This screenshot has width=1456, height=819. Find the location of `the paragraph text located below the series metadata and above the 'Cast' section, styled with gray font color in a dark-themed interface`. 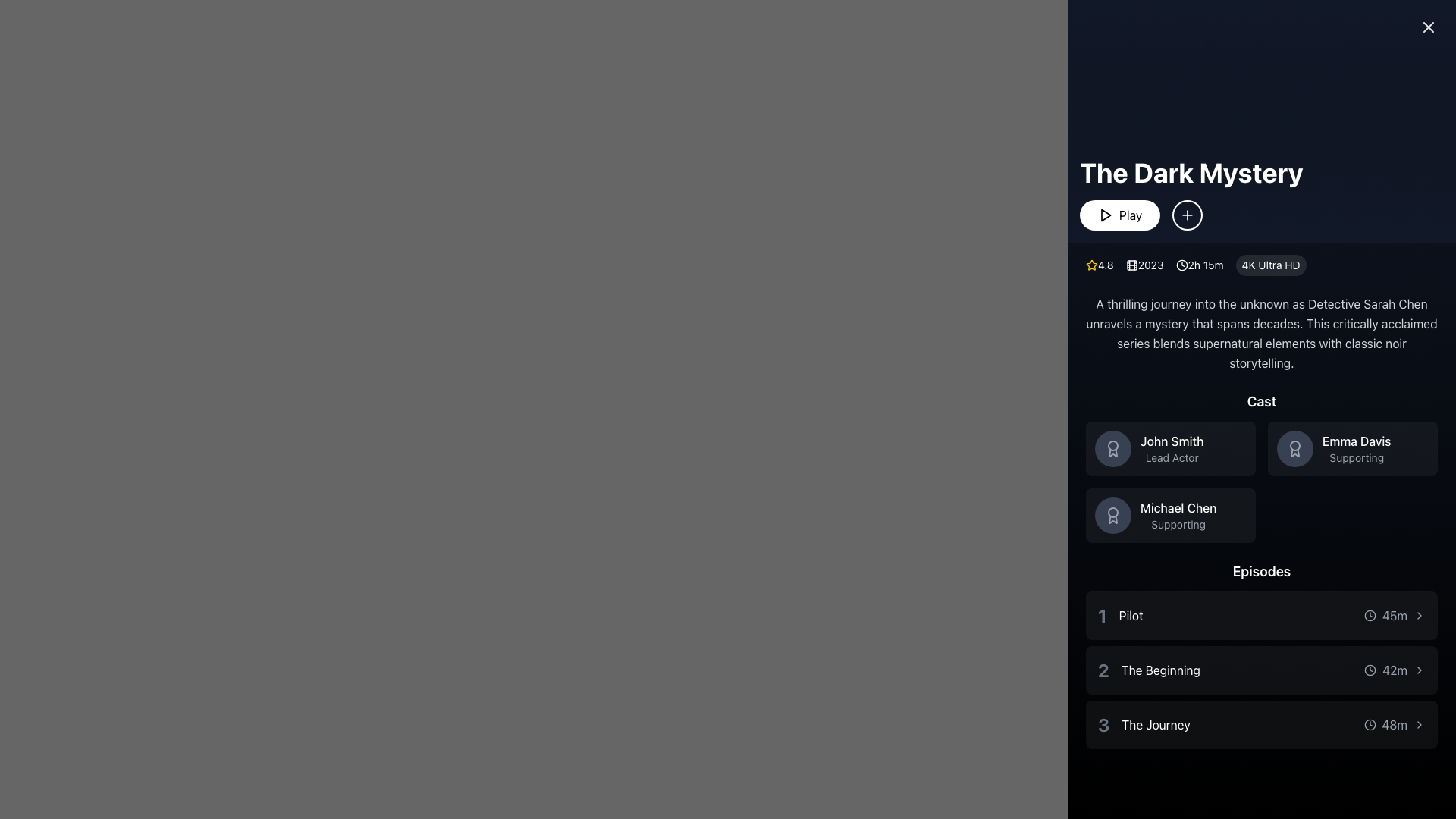

the paragraph text located below the series metadata and above the 'Cast' section, styled with gray font color in a dark-themed interface is located at coordinates (1262, 332).